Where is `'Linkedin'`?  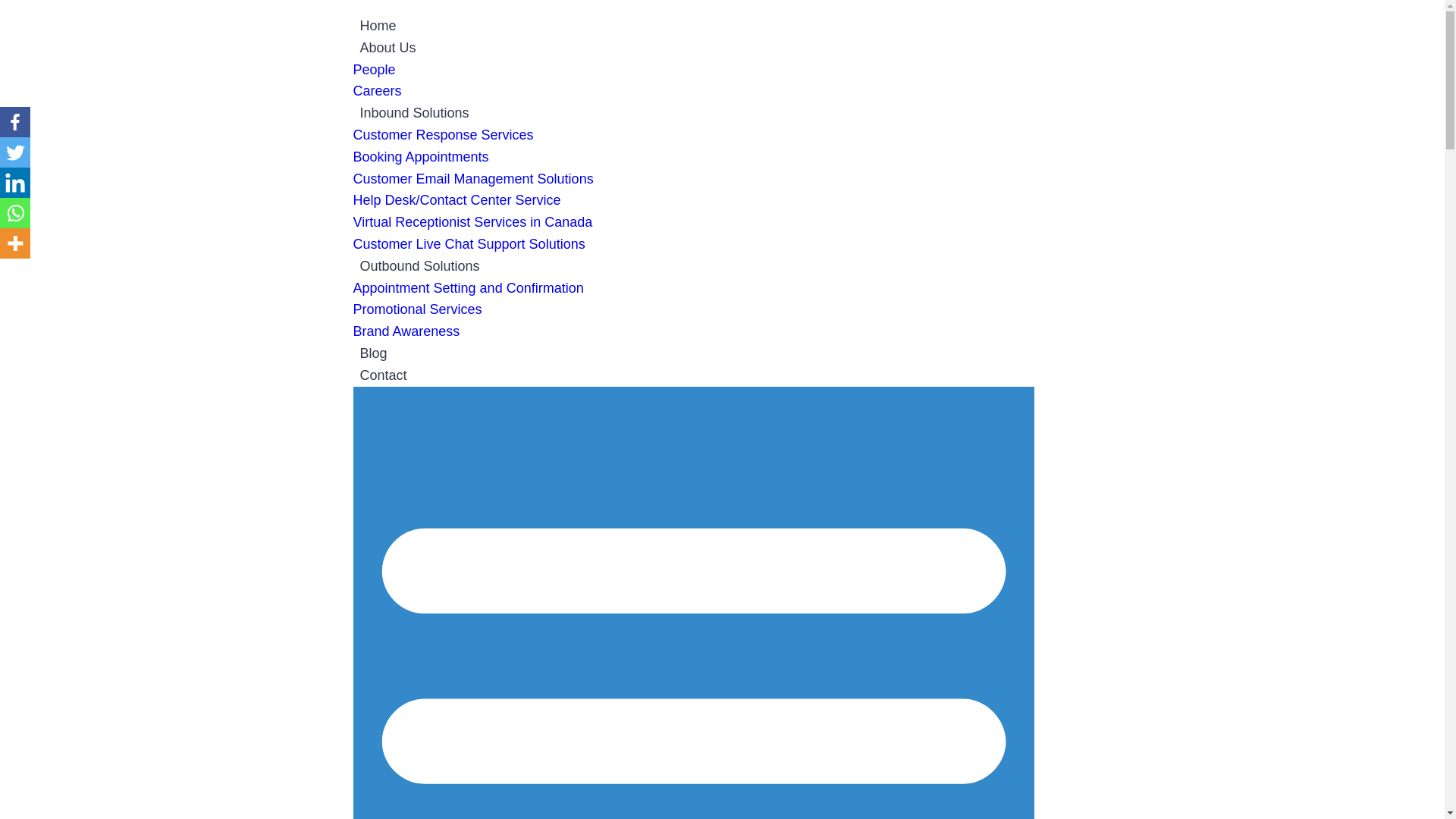
'Linkedin' is located at coordinates (14, 181).